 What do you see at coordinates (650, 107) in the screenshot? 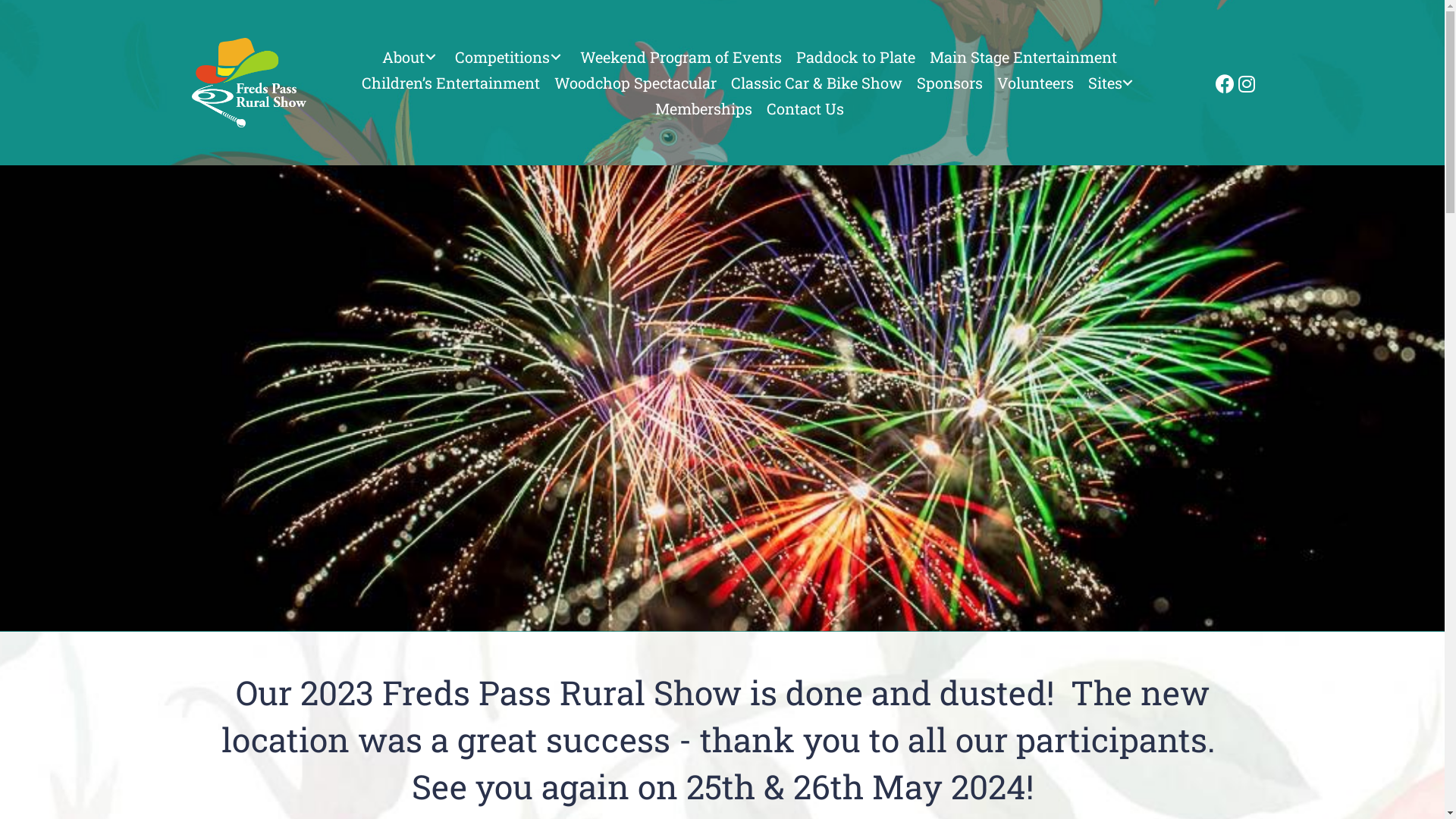
I see `'Memberships'` at bounding box center [650, 107].